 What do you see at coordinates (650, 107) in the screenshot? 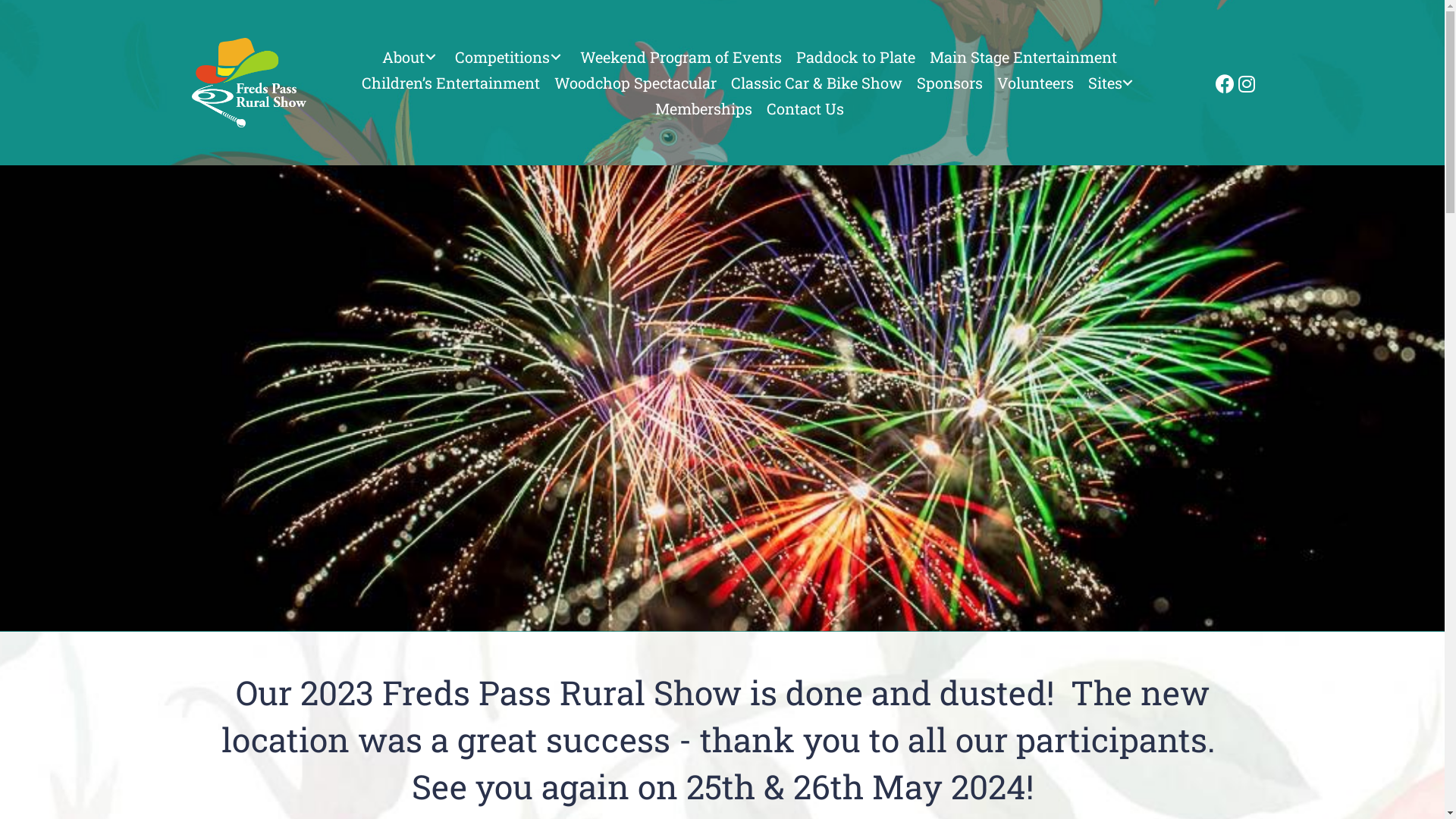
I see `'Memberships'` at bounding box center [650, 107].